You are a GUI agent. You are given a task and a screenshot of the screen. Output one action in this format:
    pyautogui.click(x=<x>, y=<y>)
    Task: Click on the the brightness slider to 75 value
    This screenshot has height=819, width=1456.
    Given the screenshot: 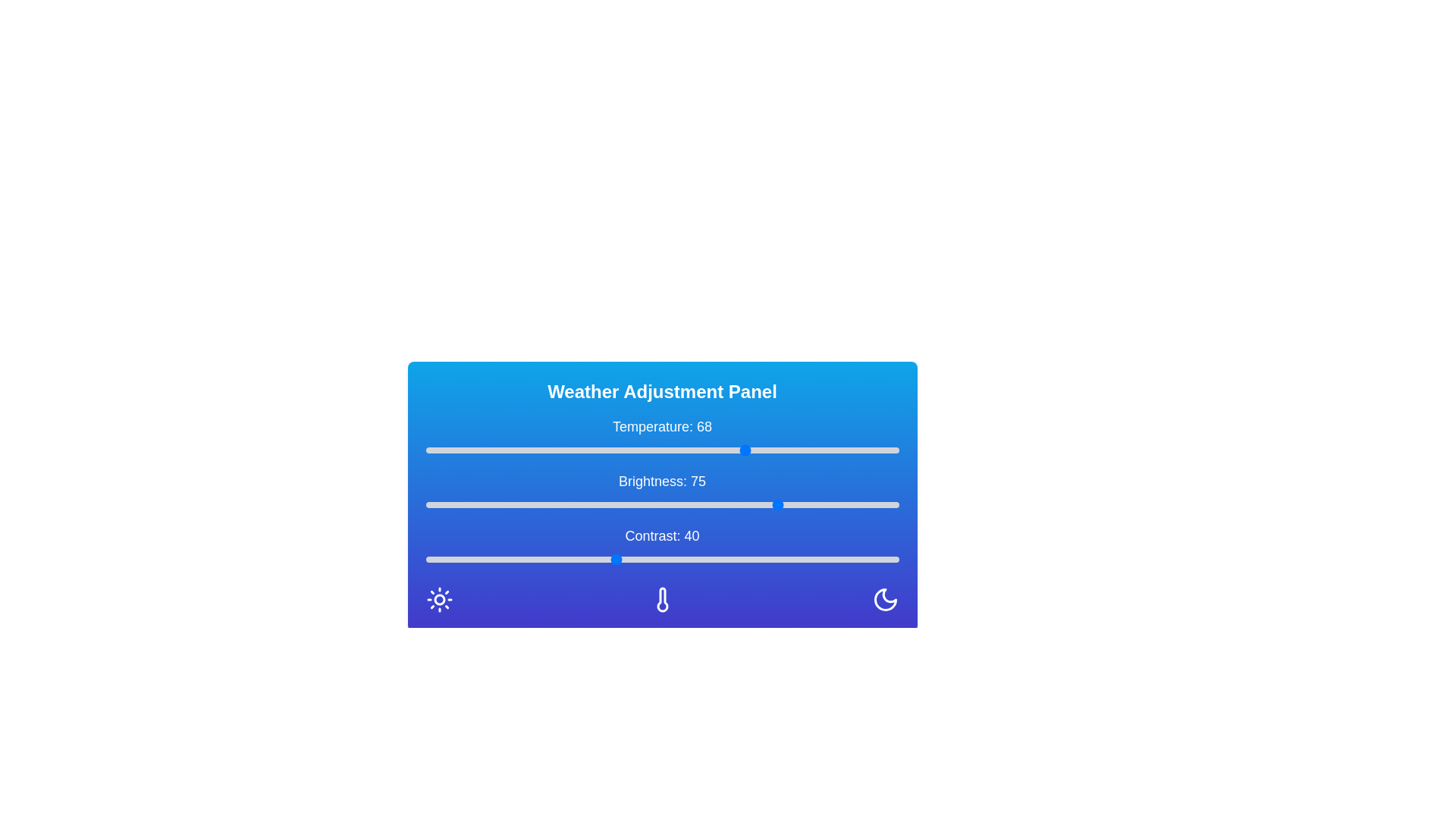 What is the action you would take?
    pyautogui.click(x=780, y=505)
    